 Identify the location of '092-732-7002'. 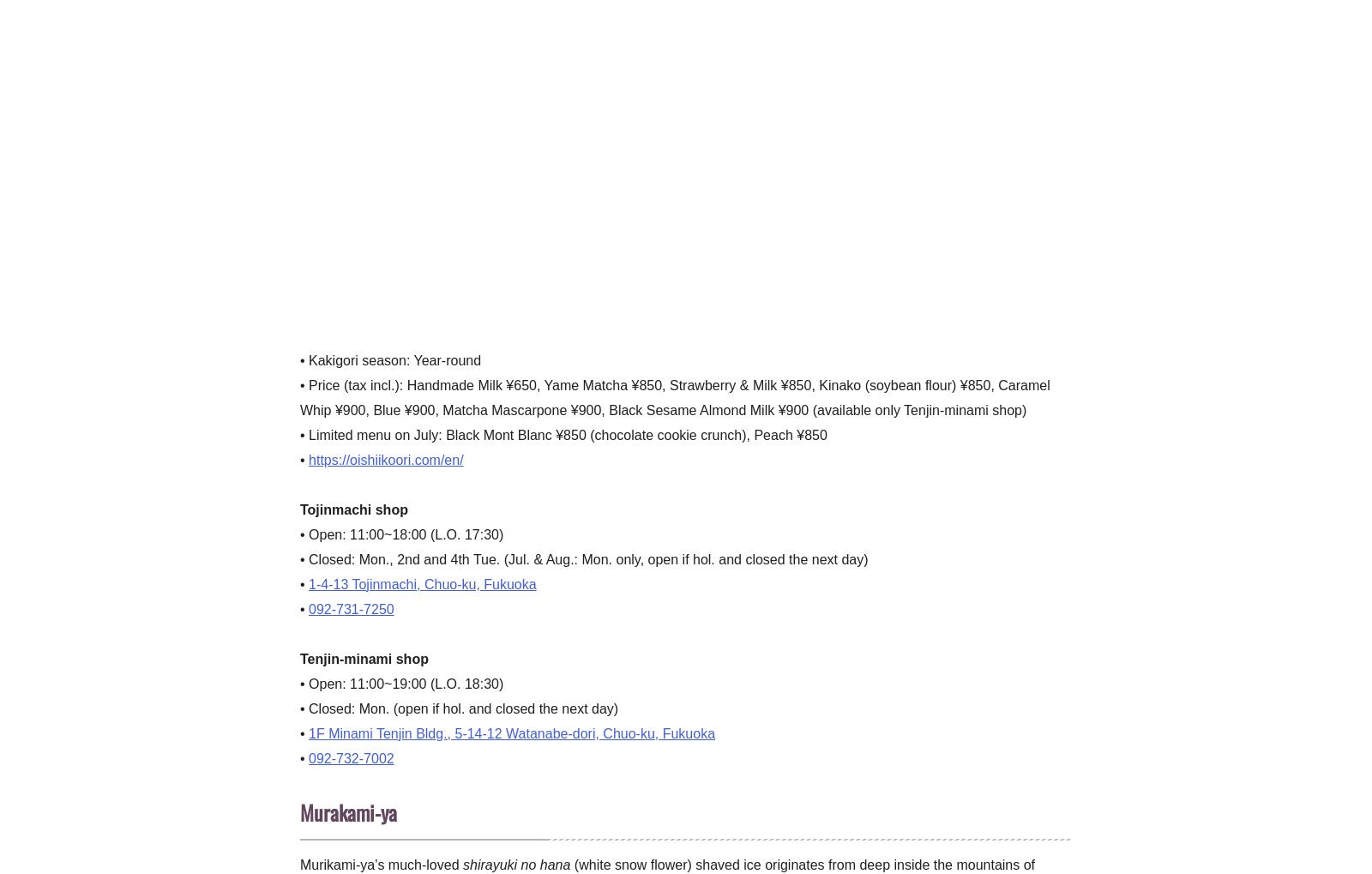
(309, 757).